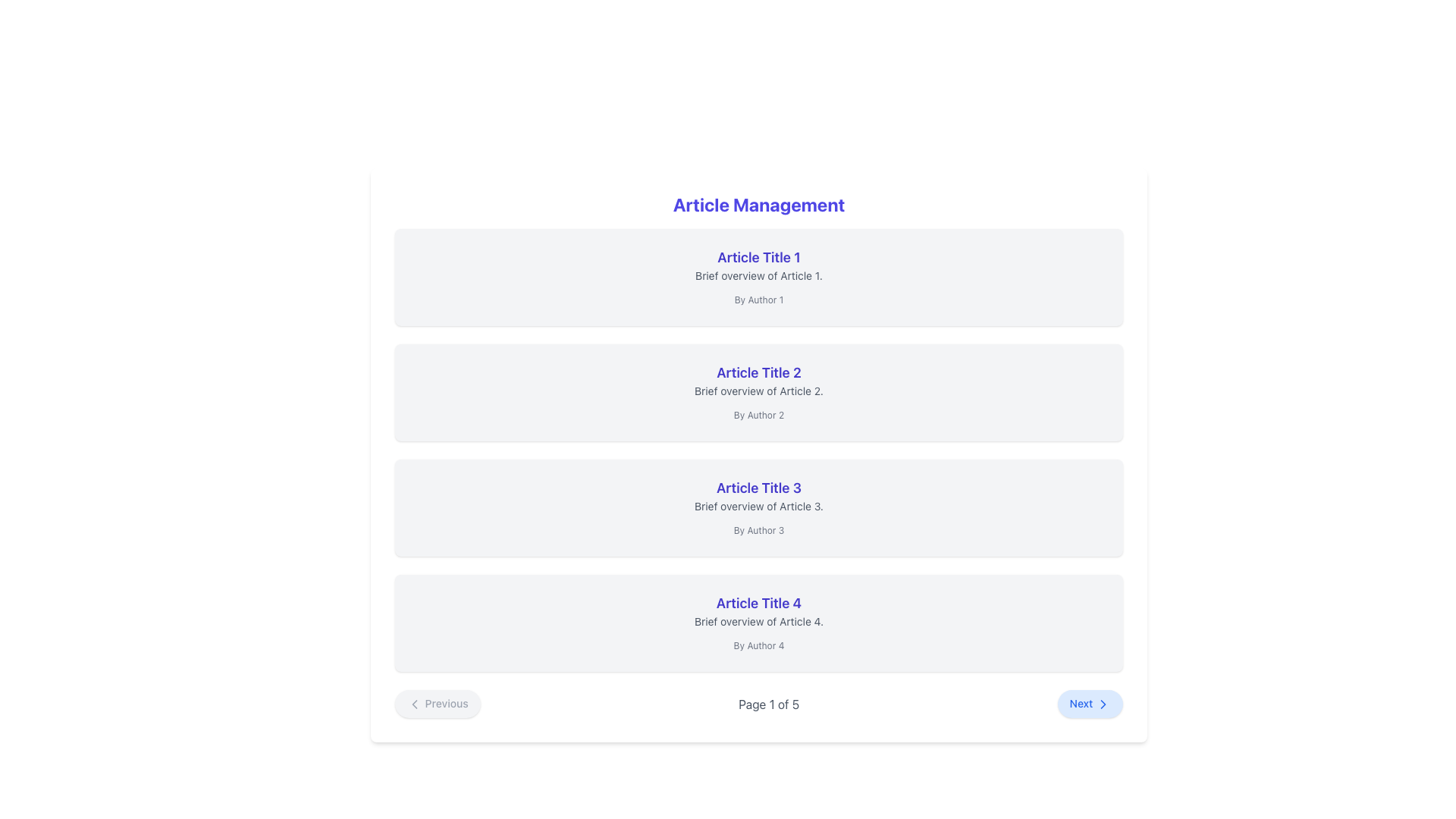 The height and width of the screenshot is (819, 1456). What do you see at coordinates (759, 205) in the screenshot?
I see `the centered header with the text 'Article Management'` at bounding box center [759, 205].